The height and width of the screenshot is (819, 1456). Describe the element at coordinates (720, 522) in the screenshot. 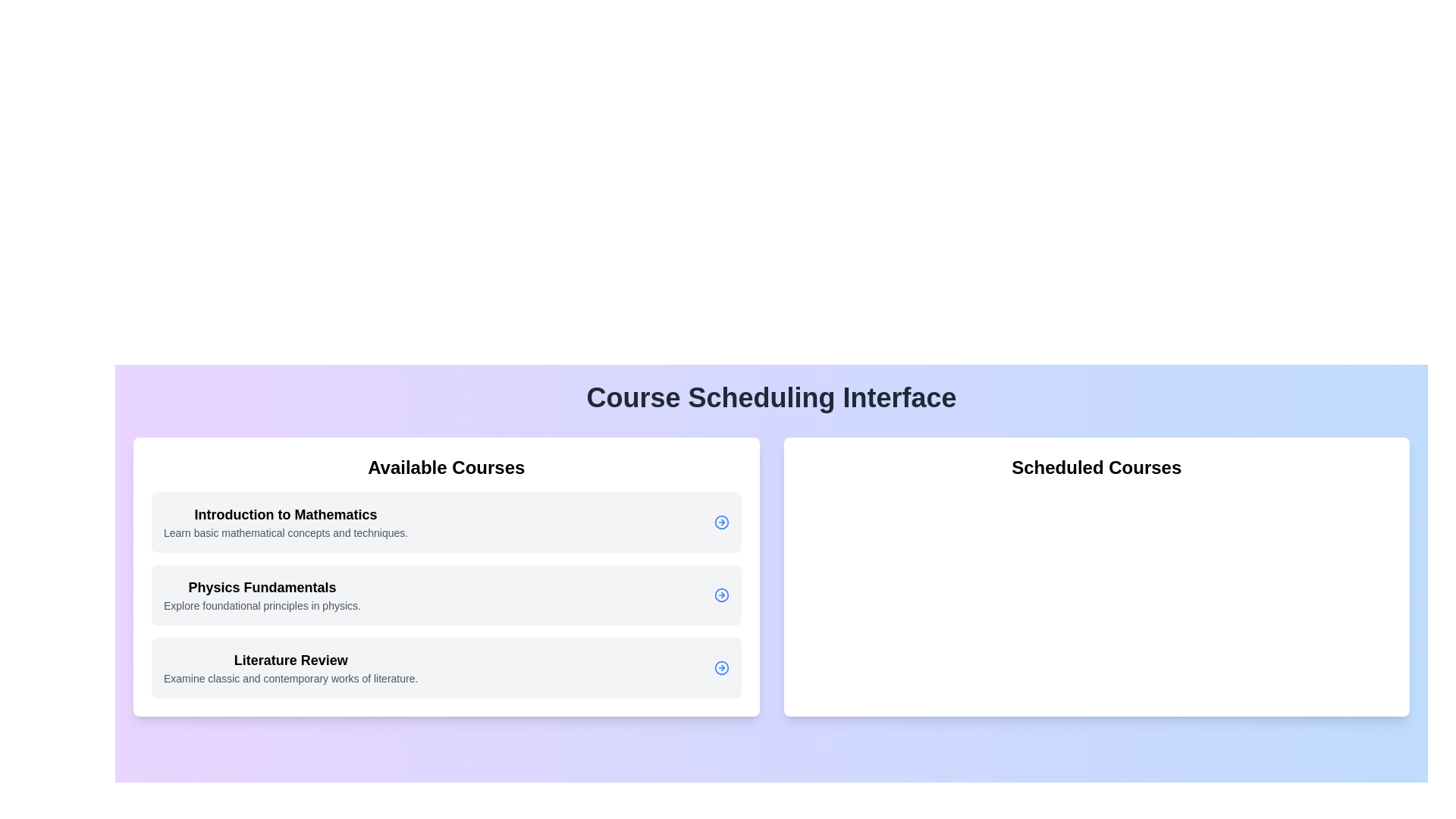

I see `the button located at the top-right corner of the 'Introduction to Mathematics' course card` at that location.